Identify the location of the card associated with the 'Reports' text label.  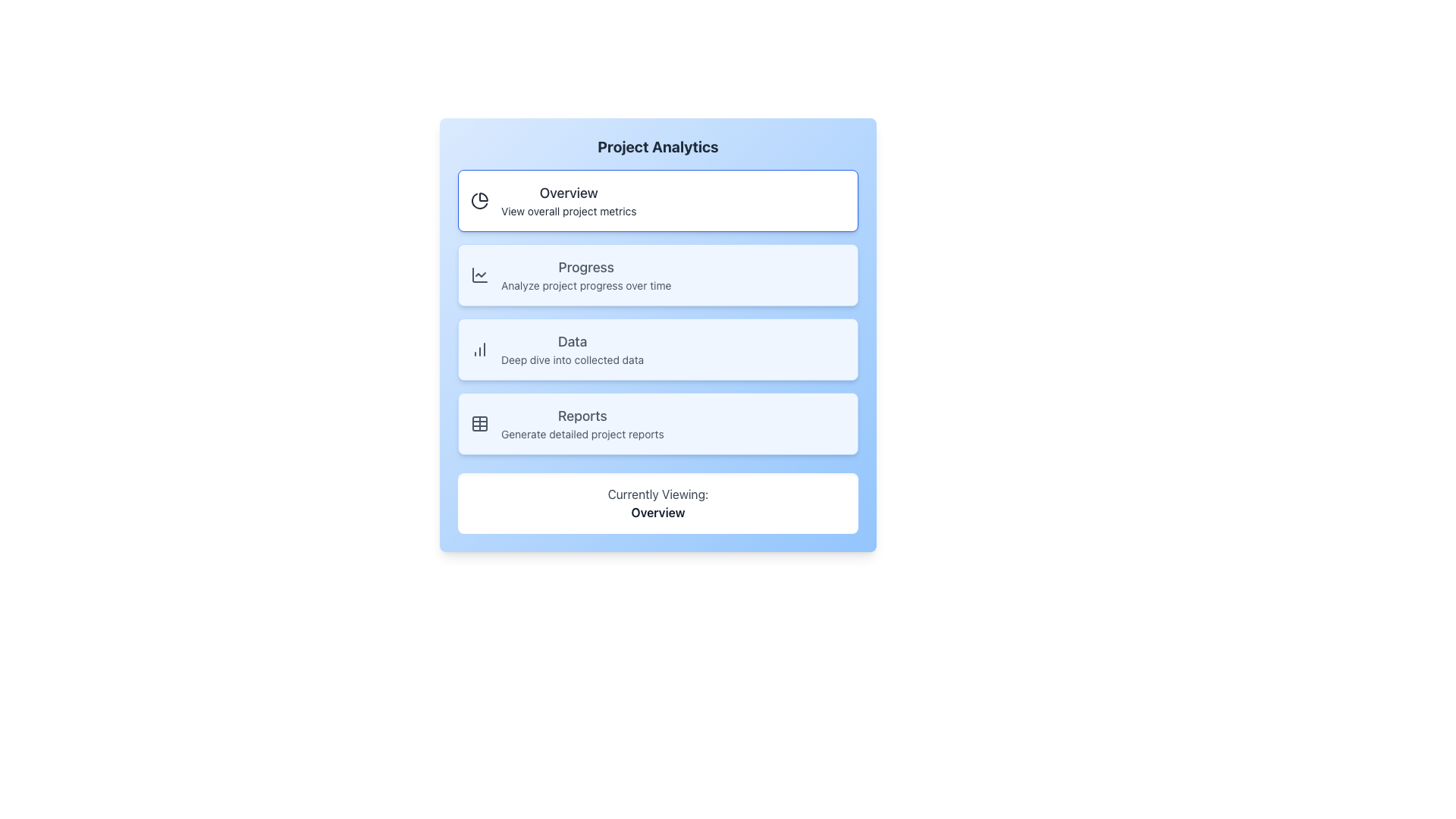
(582, 416).